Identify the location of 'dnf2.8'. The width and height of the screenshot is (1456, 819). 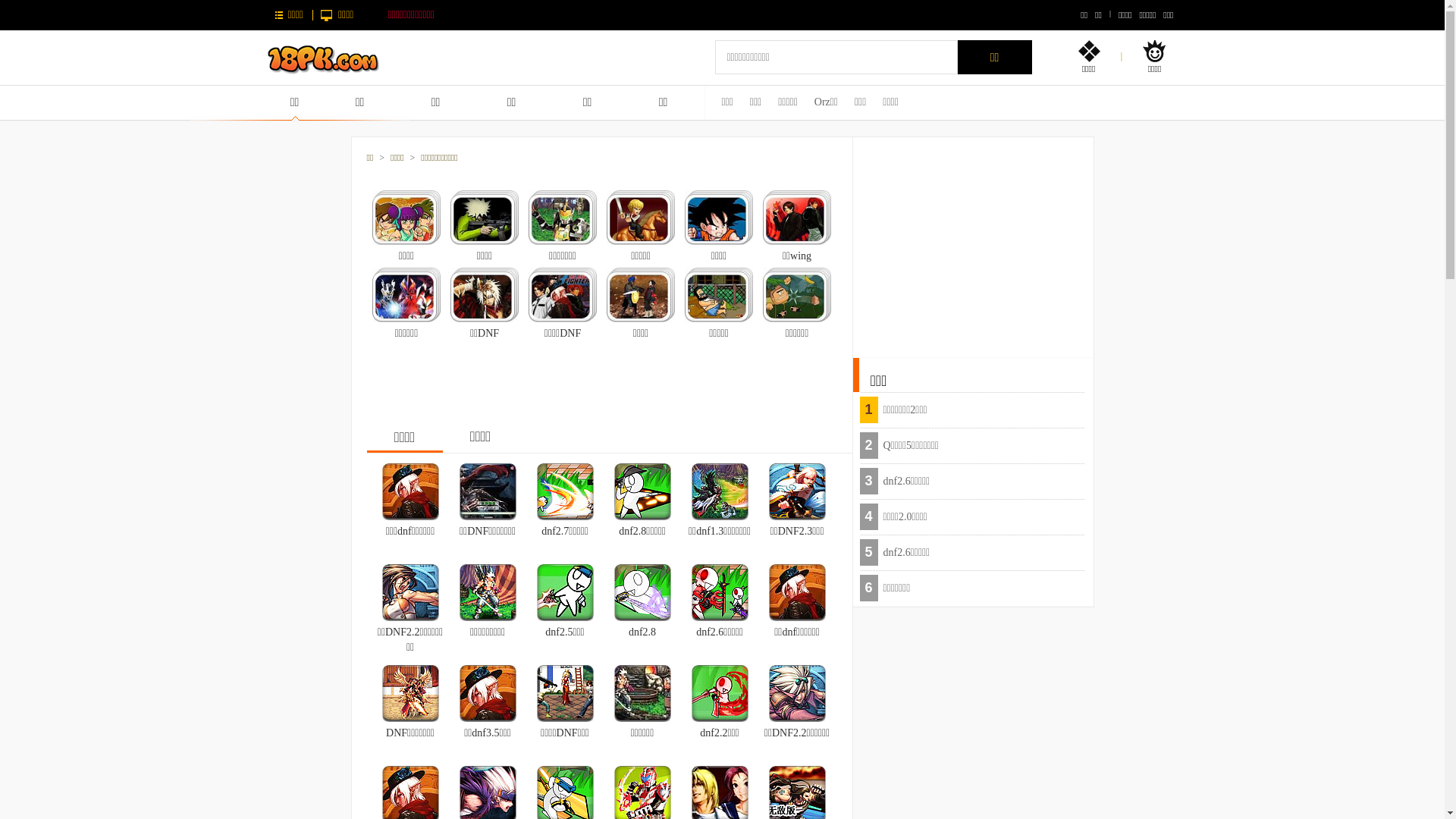
(614, 590).